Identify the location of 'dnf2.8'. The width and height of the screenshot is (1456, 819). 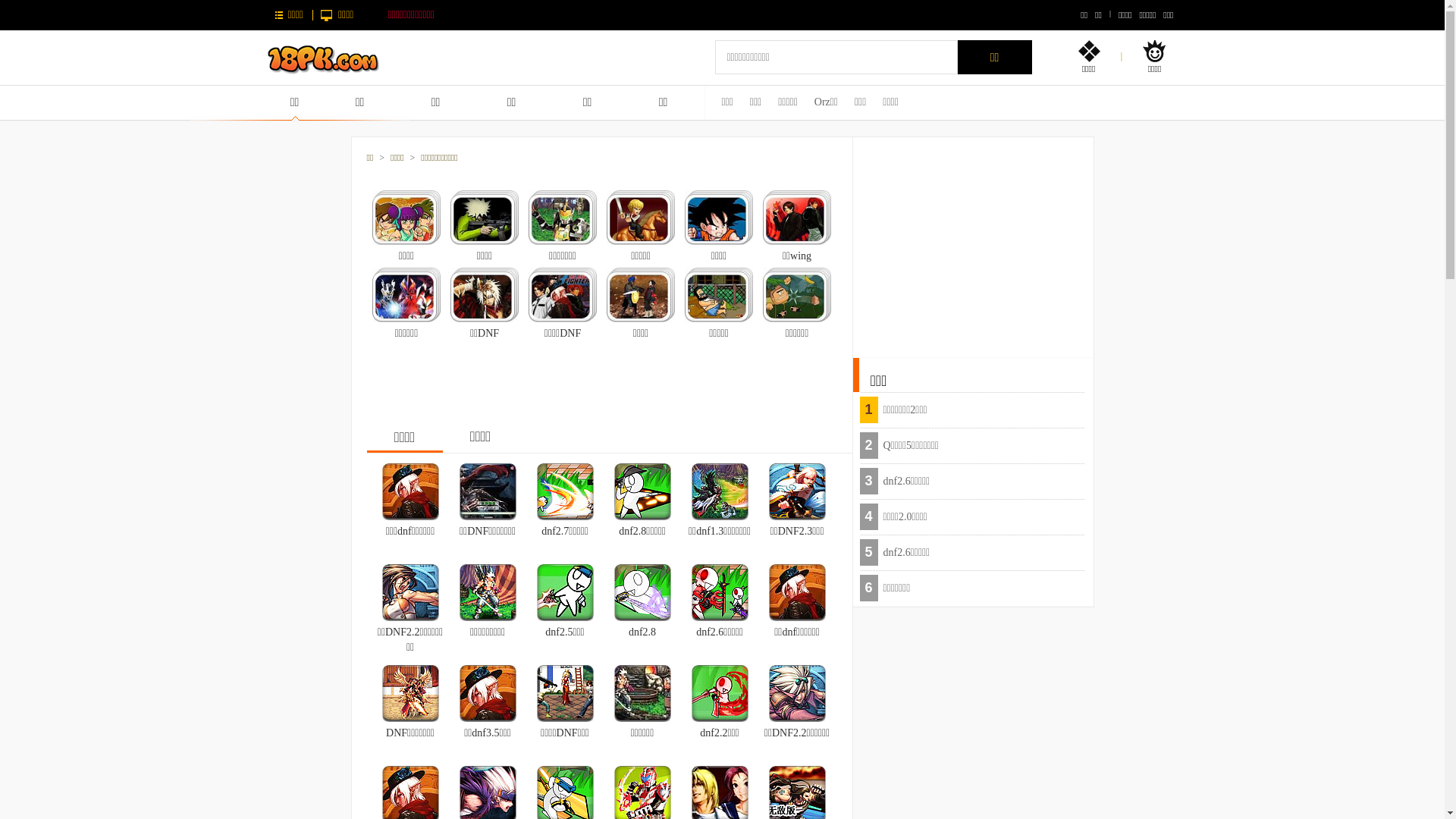
(614, 590).